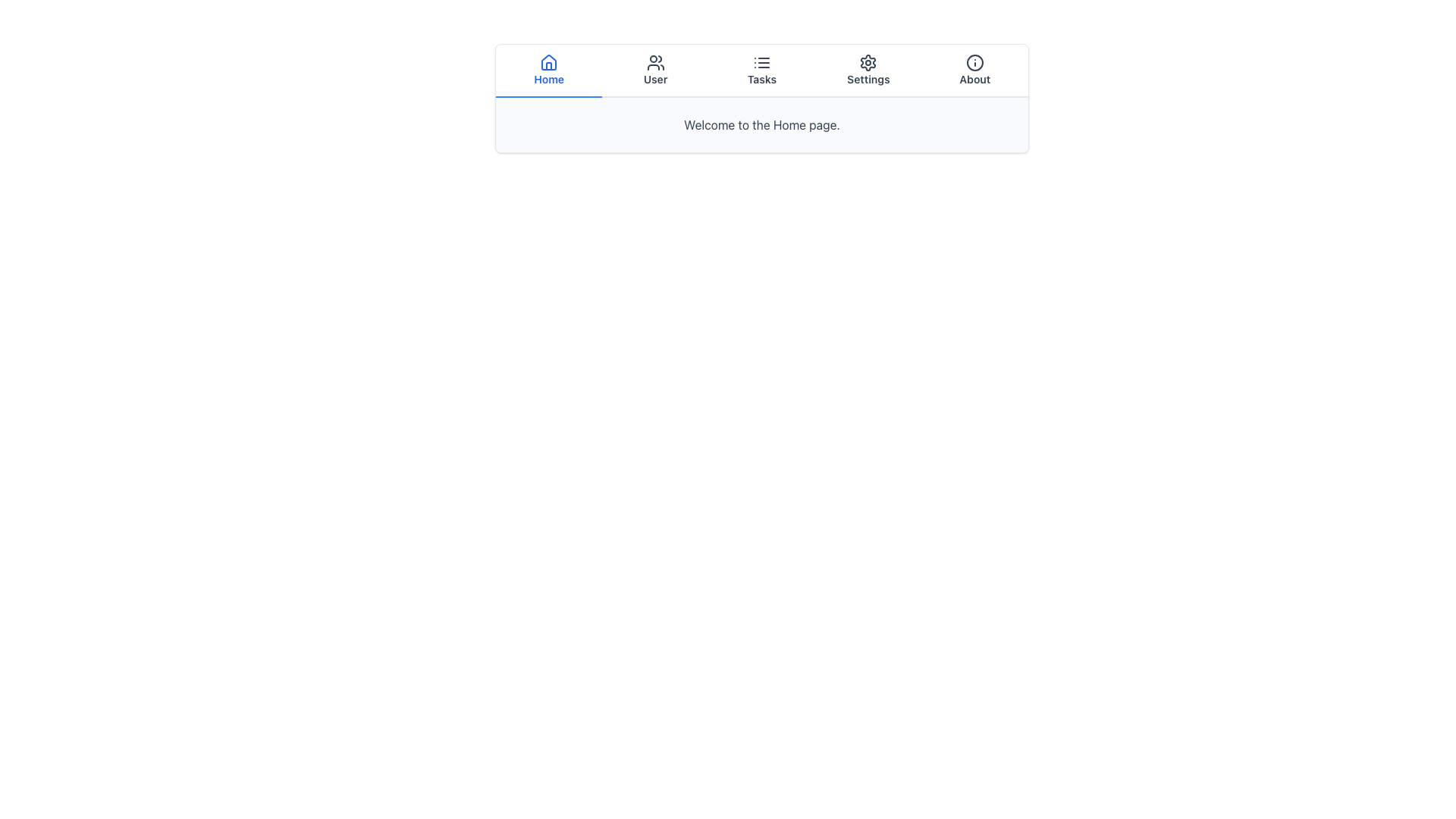 Image resolution: width=1456 pixels, height=819 pixels. I want to click on the cogwheel-shaped icon located in the navigation bar, specifically the fourth element from the left, so click(868, 62).